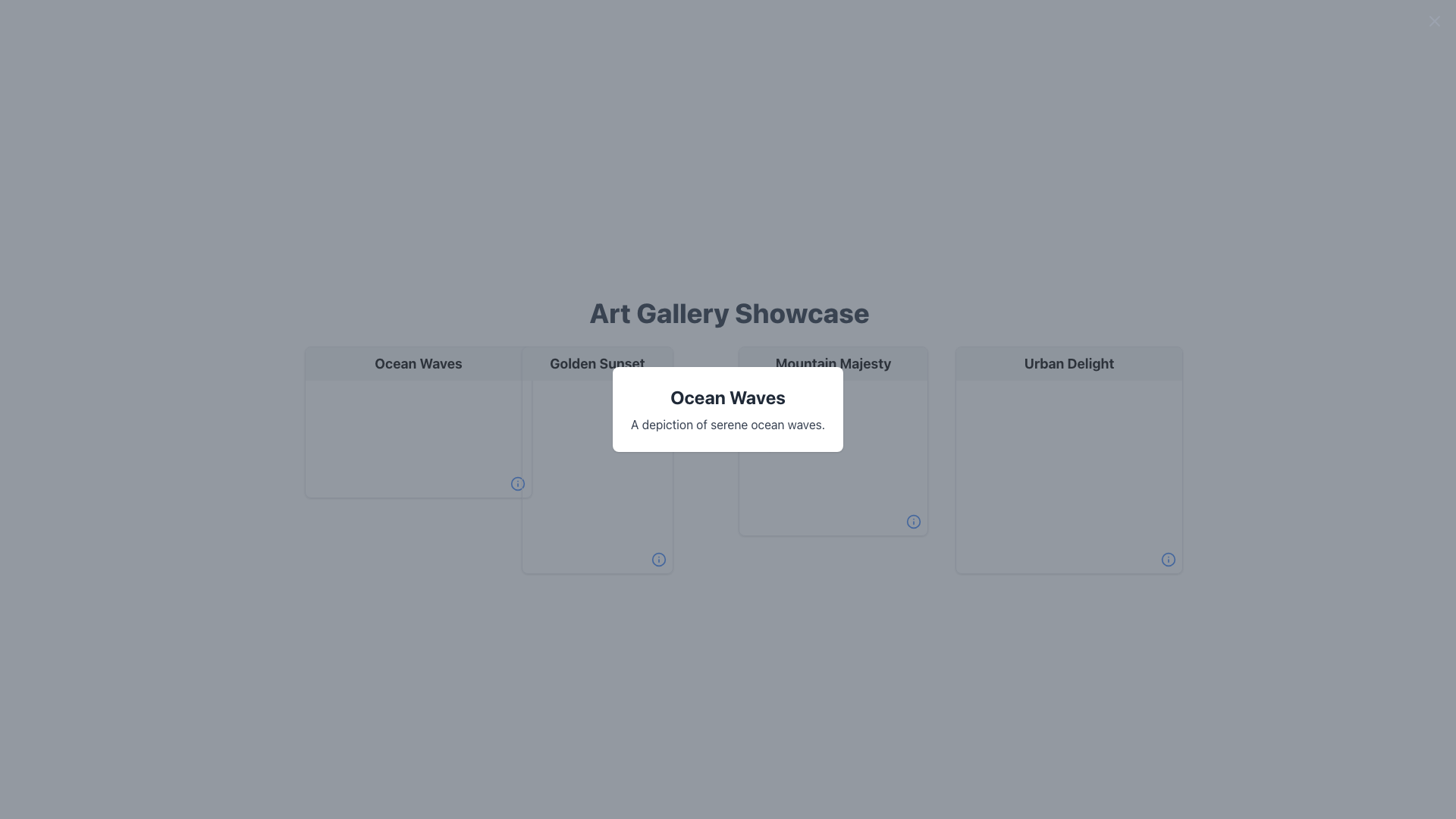 This screenshot has height=819, width=1456. What do you see at coordinates (658, 559) in the screenshot?
I see `the circular icon boundary located at the bottom-right corner of the 'Golden Sunset' card, which features a thin stroke outline as part of a grouped icon` at bounding box center [658, 559].